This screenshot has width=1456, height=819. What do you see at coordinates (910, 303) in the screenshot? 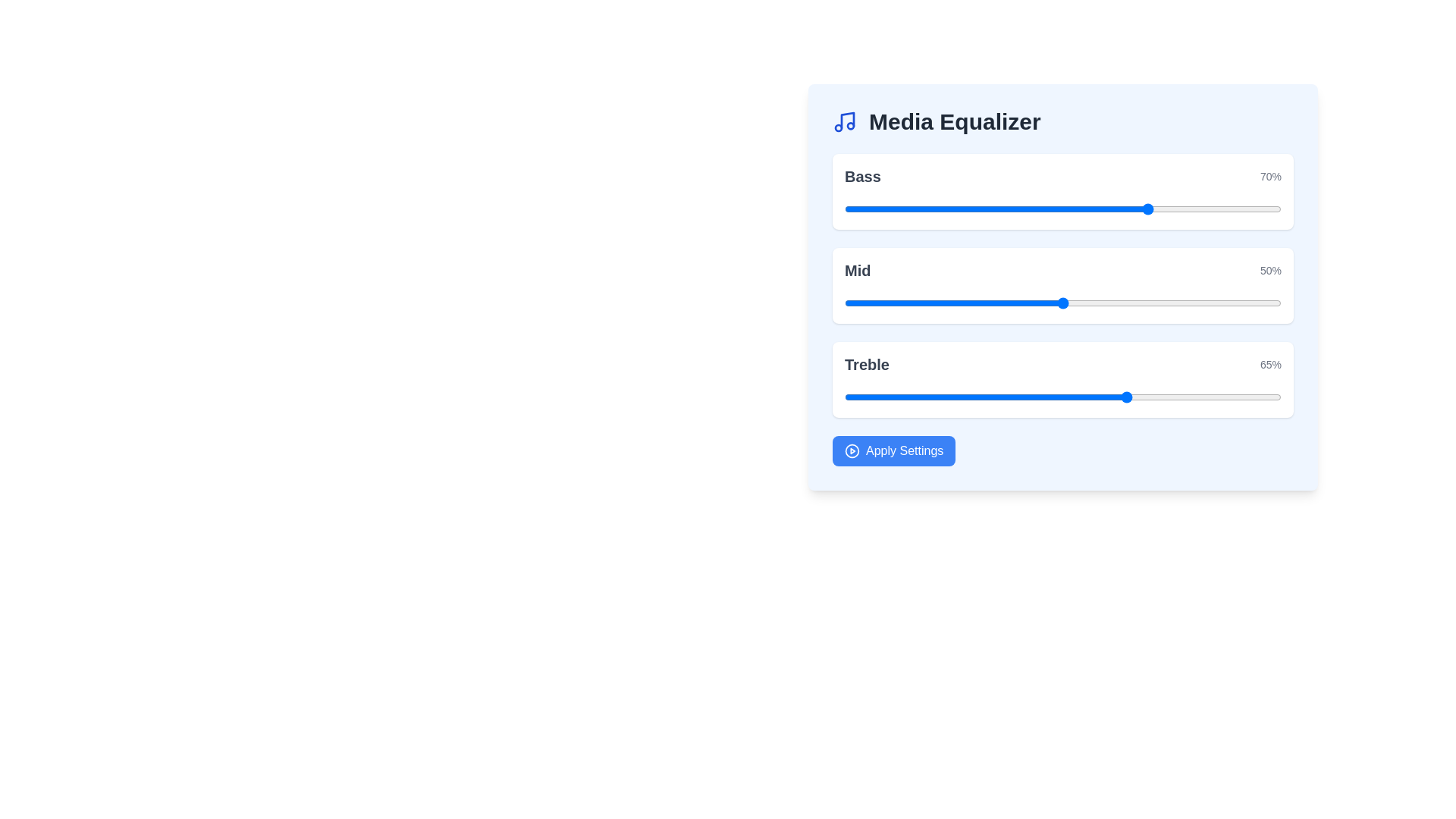
I see `the slider` at bounding box center [910, 303].